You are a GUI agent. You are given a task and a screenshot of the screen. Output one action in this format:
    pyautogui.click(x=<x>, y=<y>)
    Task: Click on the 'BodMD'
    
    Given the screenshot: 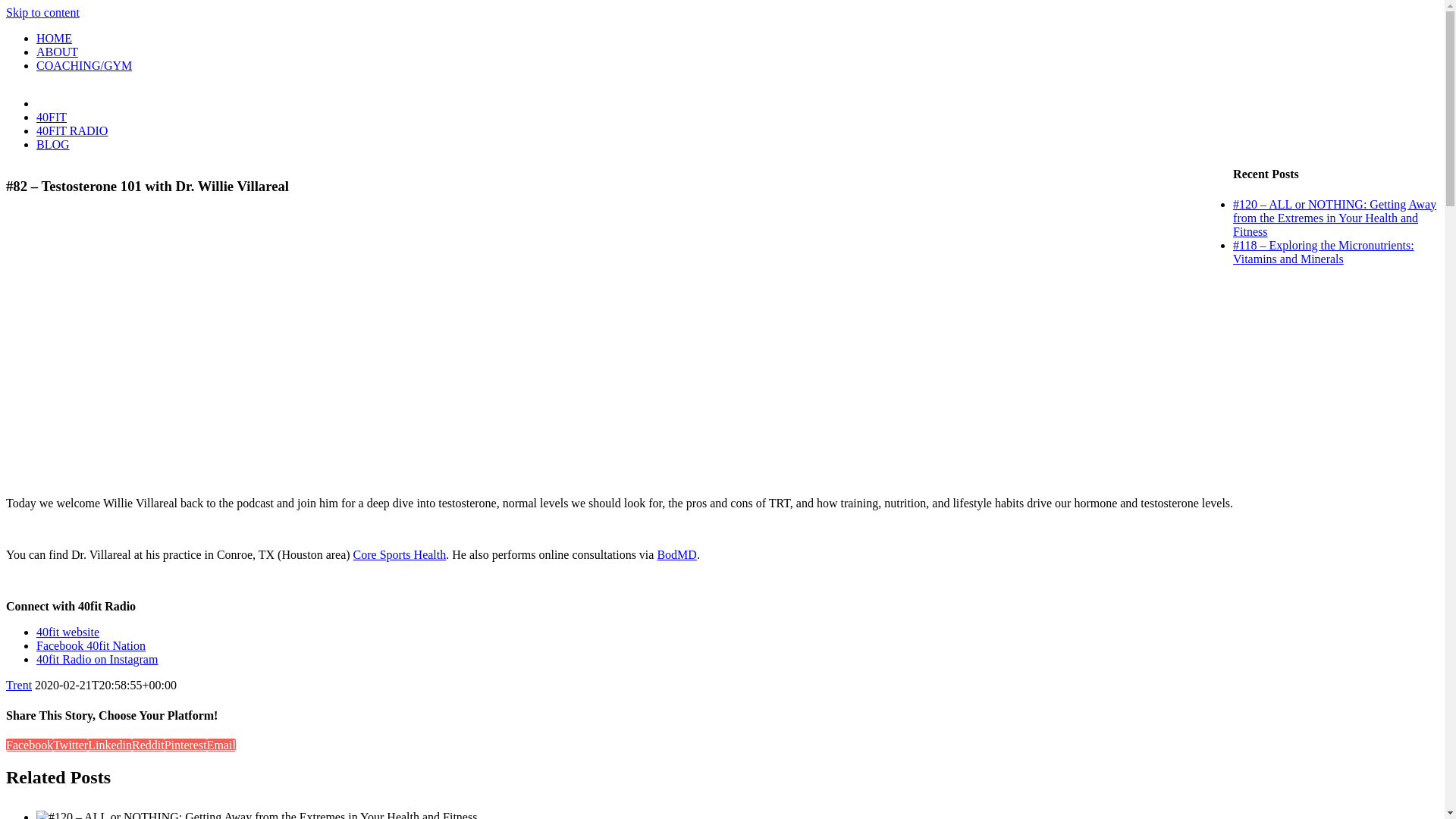 What is the action you would take?
    pyautogui.click(x=676, y=554)
    